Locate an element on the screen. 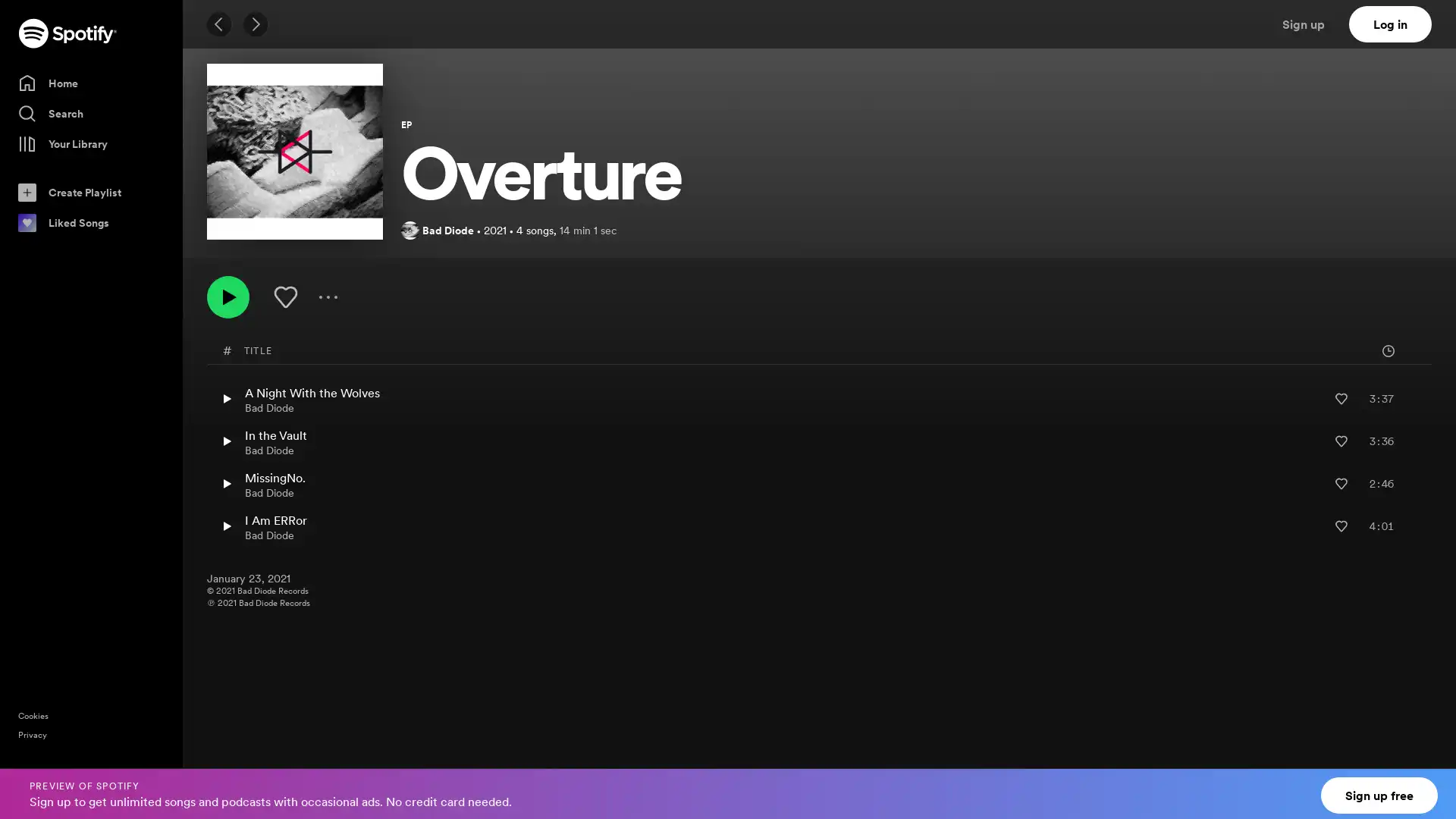 The height and width of the screenshot is (819, 1456). Close is located at coordinates (1430, 784).